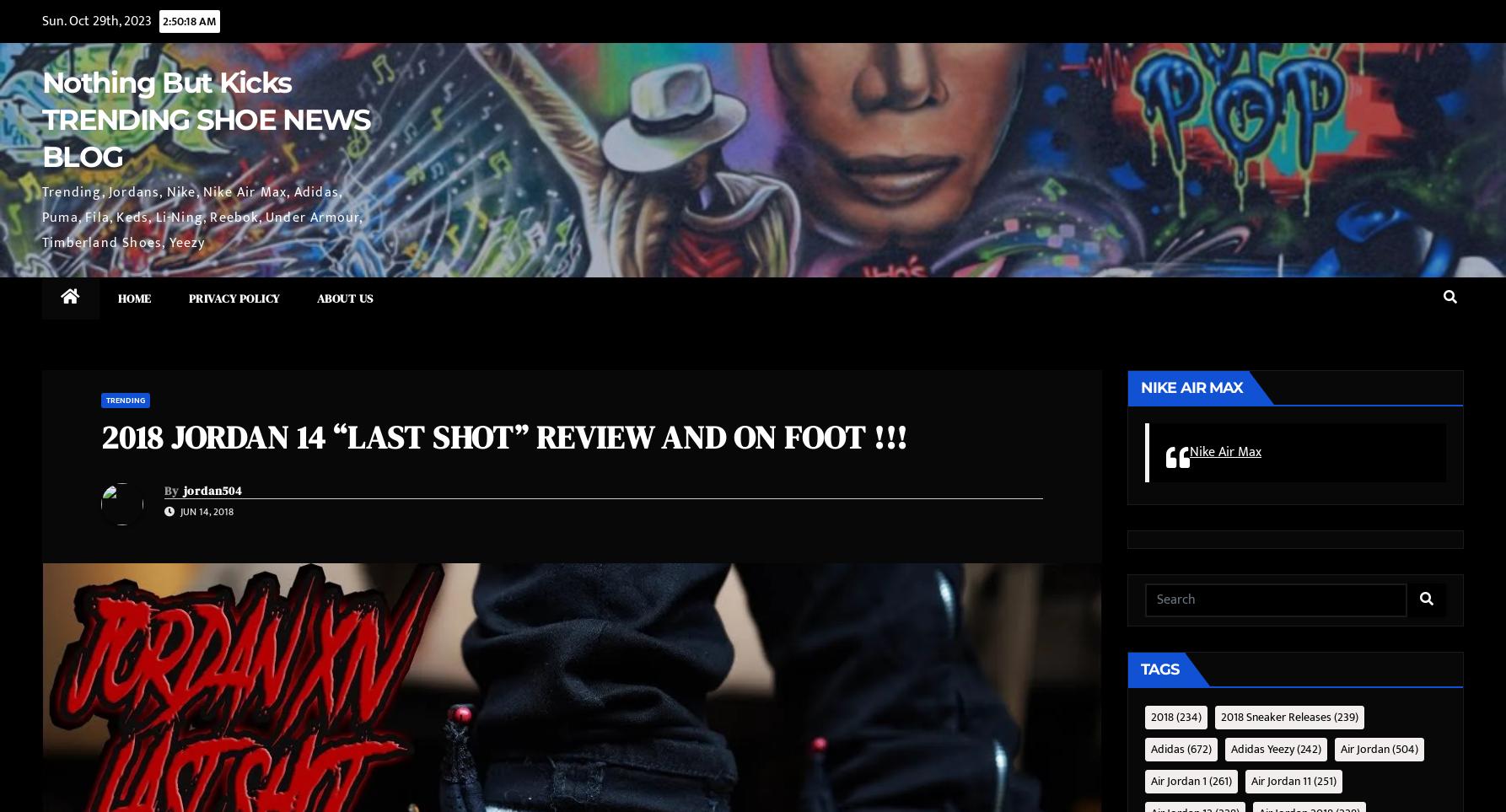  What do you see at coordinates (344, 297) in the screenshot?
I see `'About Us'` at bounding box center [344, 297].